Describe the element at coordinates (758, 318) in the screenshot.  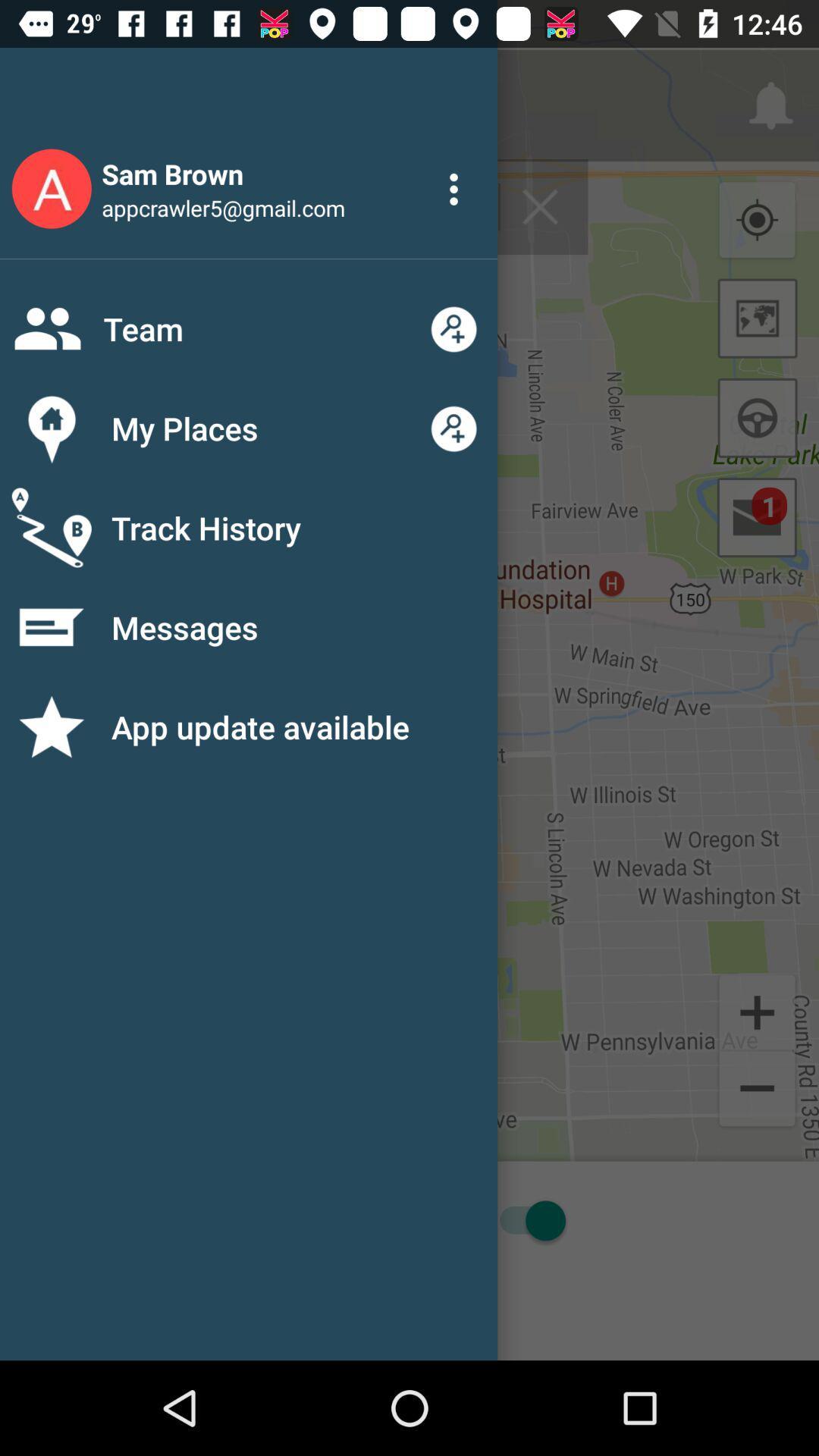
I see `the button below the compass icon on the web page` at that location.